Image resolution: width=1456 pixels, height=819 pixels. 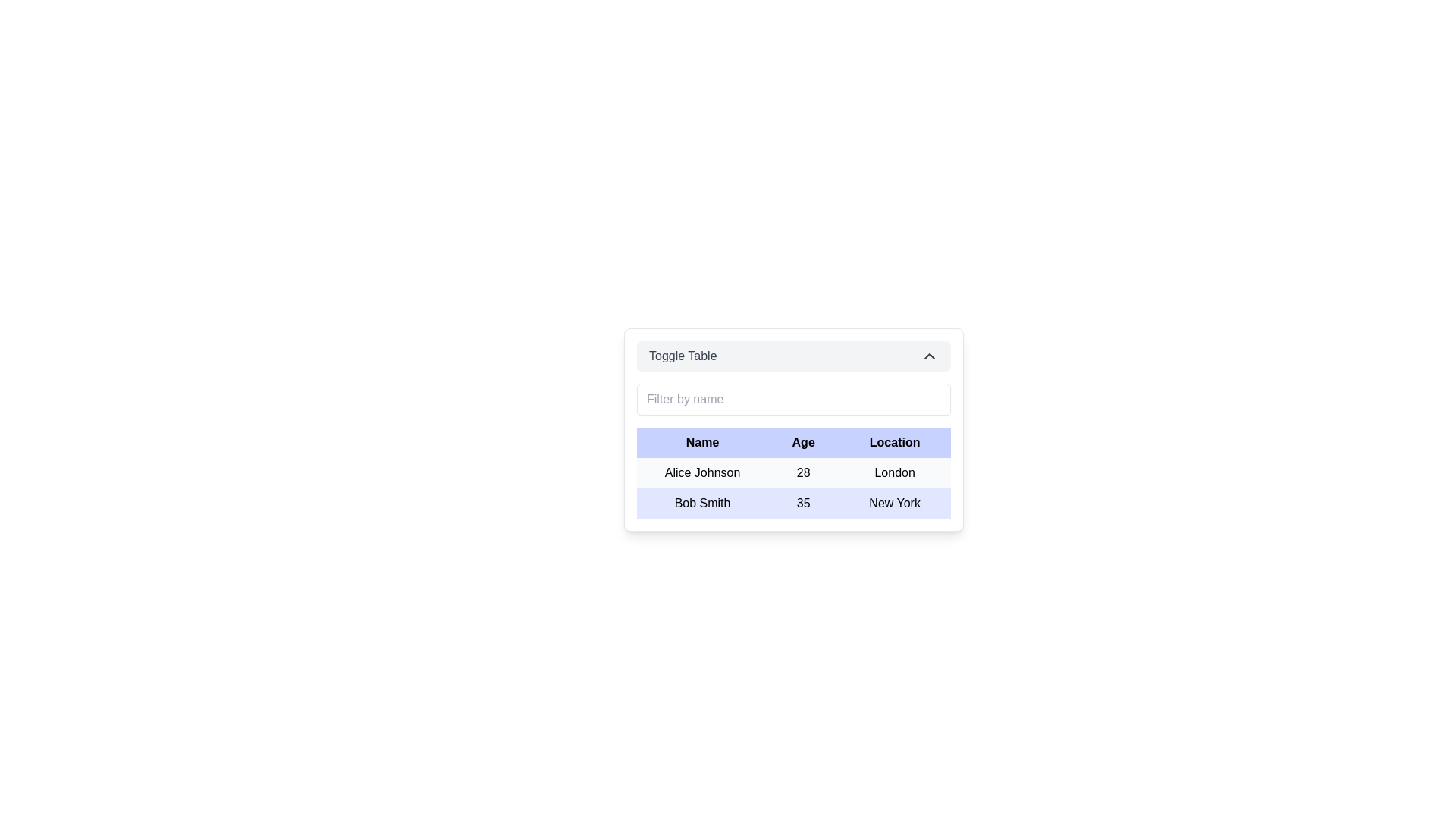 I want to click on the Table Header Cell labeled 'Age' with a light blue background for interaction highlighting, so click(x=802, y=442).